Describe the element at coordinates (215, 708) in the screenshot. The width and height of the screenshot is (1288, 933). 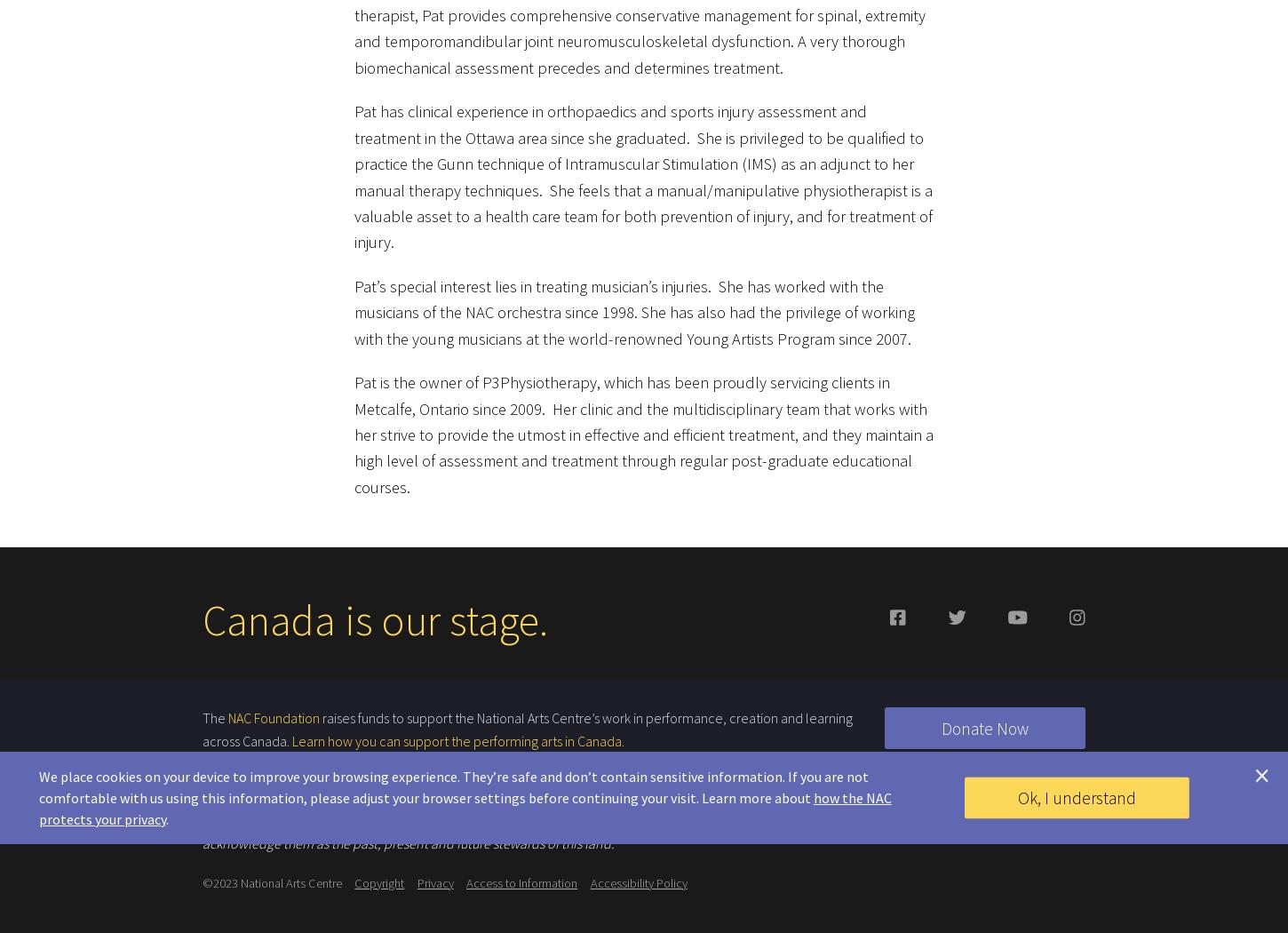
I see `'The'` at that location.